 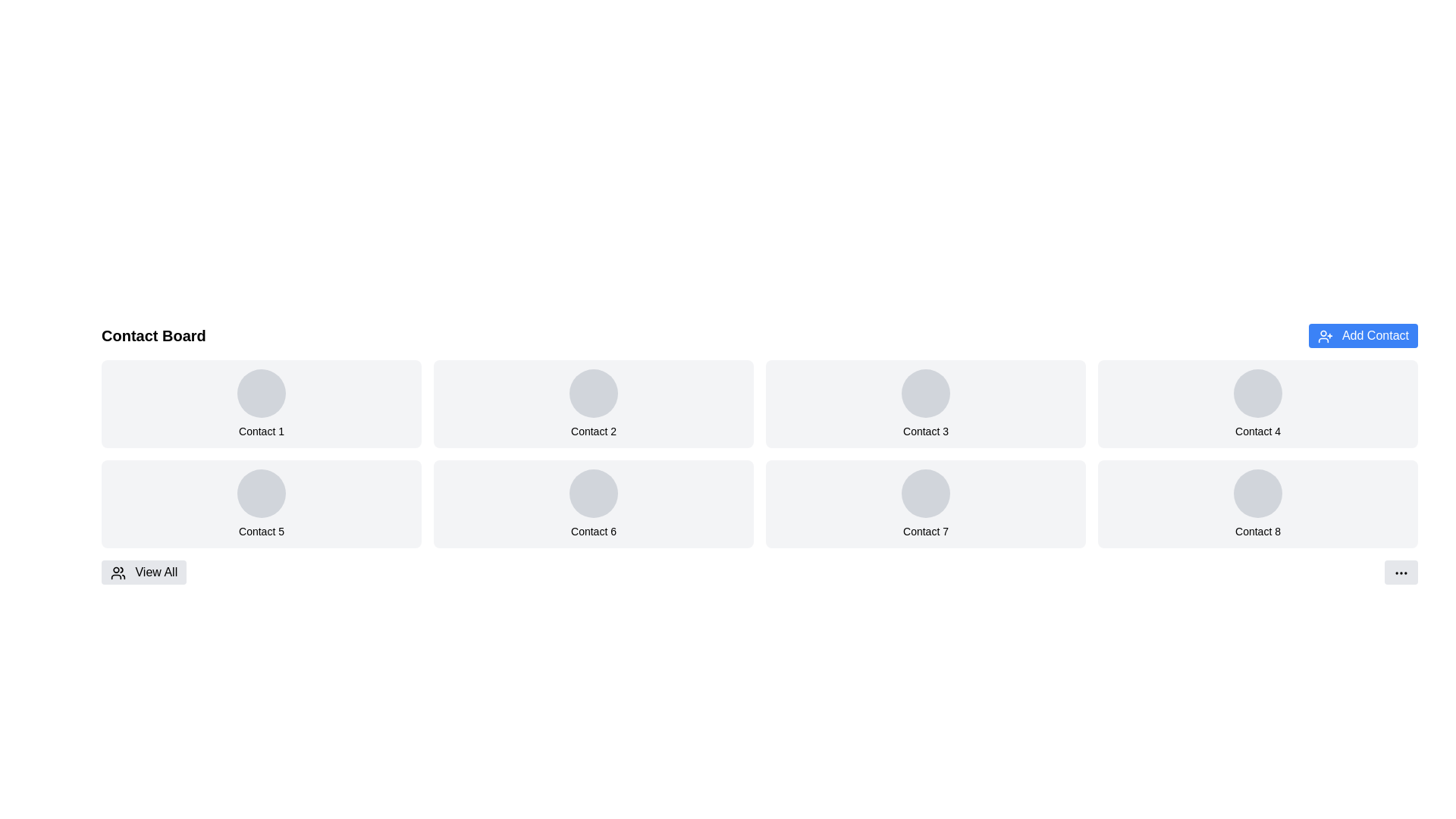 I want to click on the contact element labeled 'Contact 6' in the grid layout, so click(x=592, y=504).